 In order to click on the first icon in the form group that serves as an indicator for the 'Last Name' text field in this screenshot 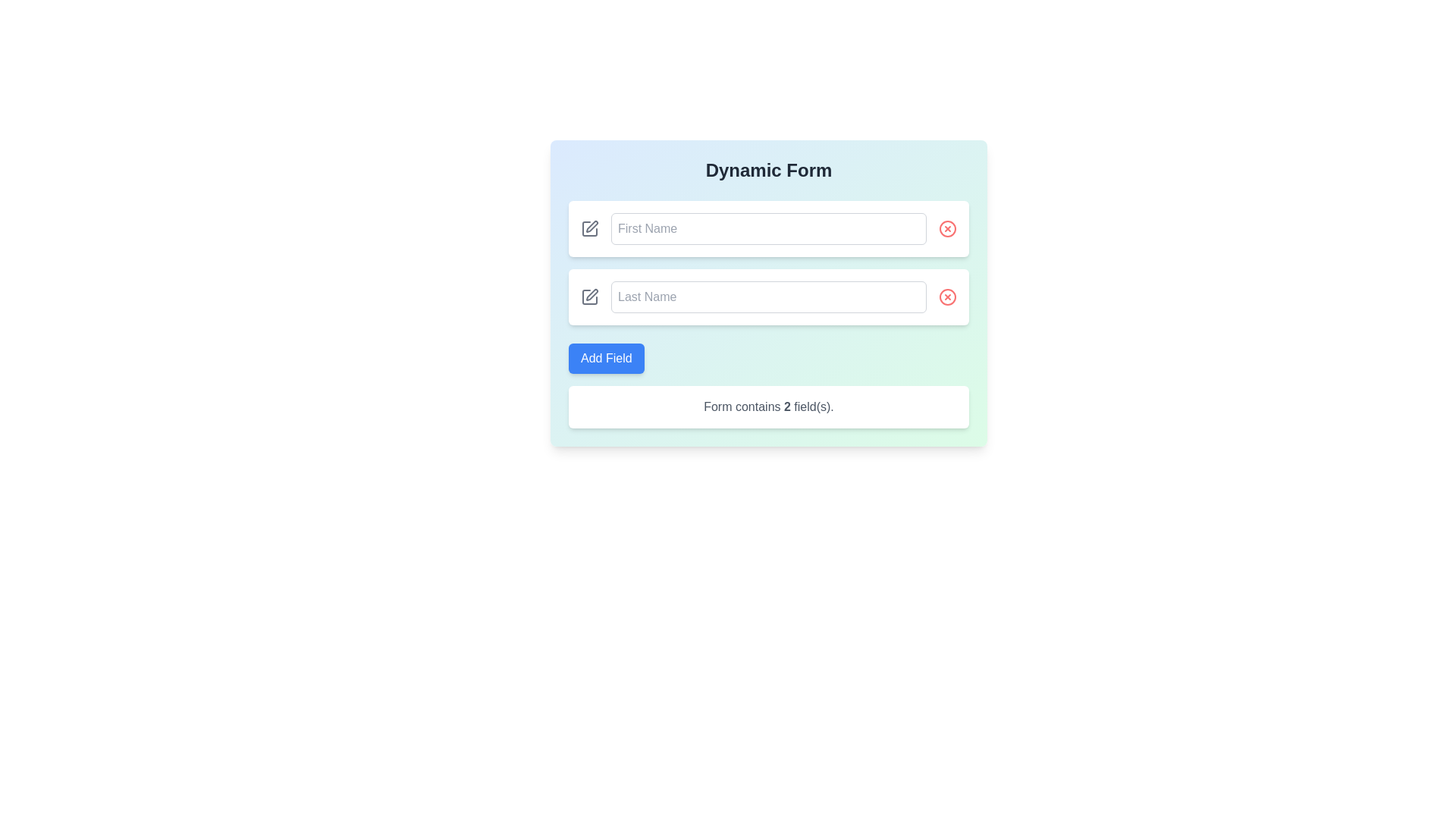, I will do `click(588, 297)`.